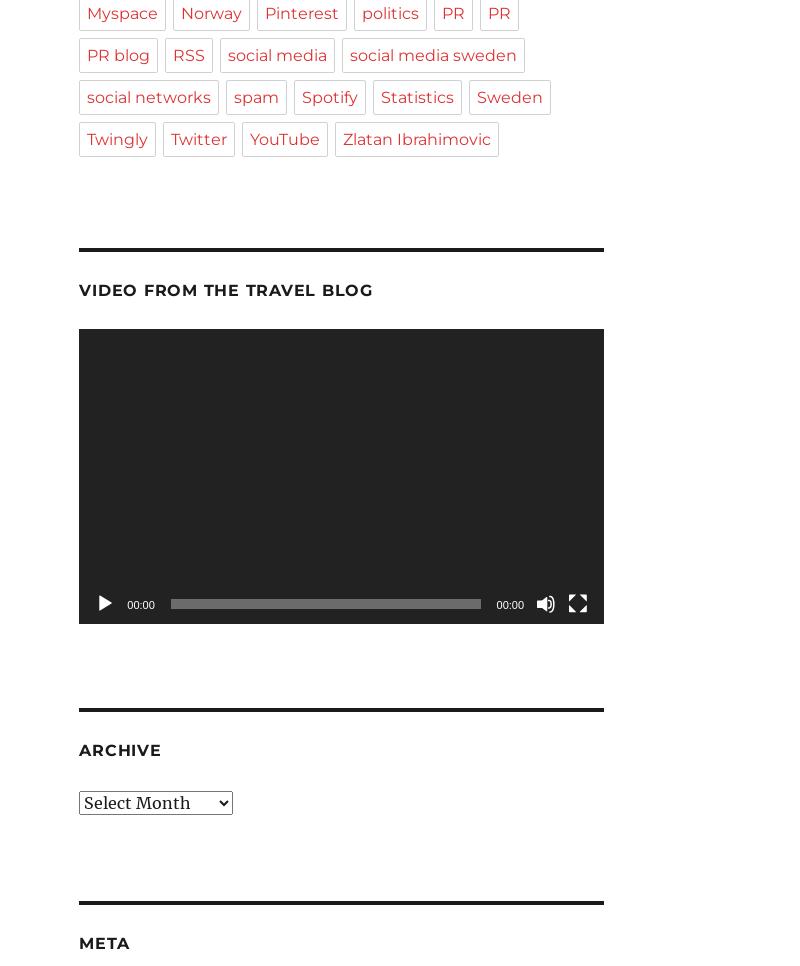 This screenshot has height=966, width=800. I want to click on 'Myspace', so click(121, 12).